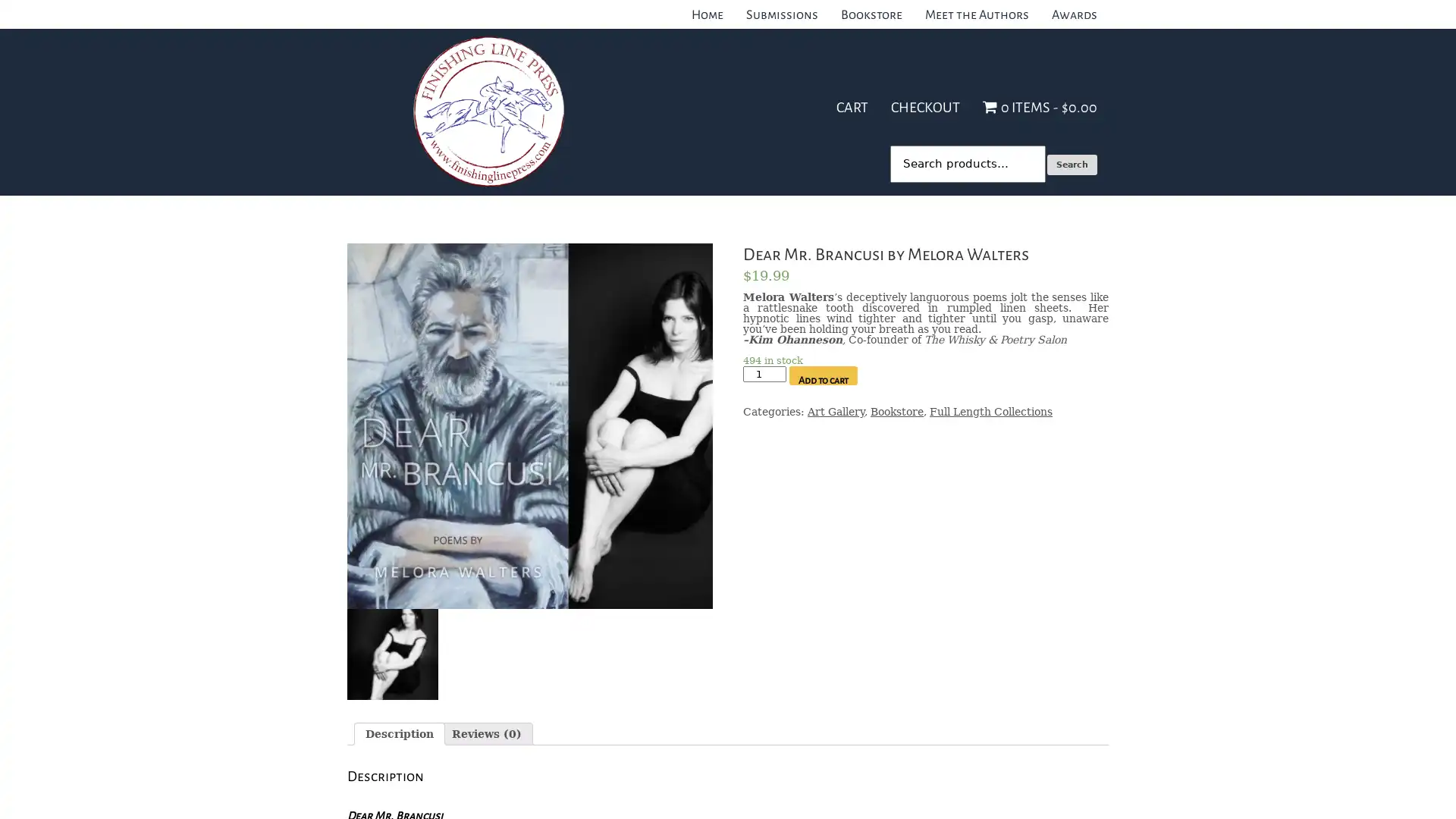 This screenshot has height=819, width=1456. I want to click on Search, so click(1072, 165).